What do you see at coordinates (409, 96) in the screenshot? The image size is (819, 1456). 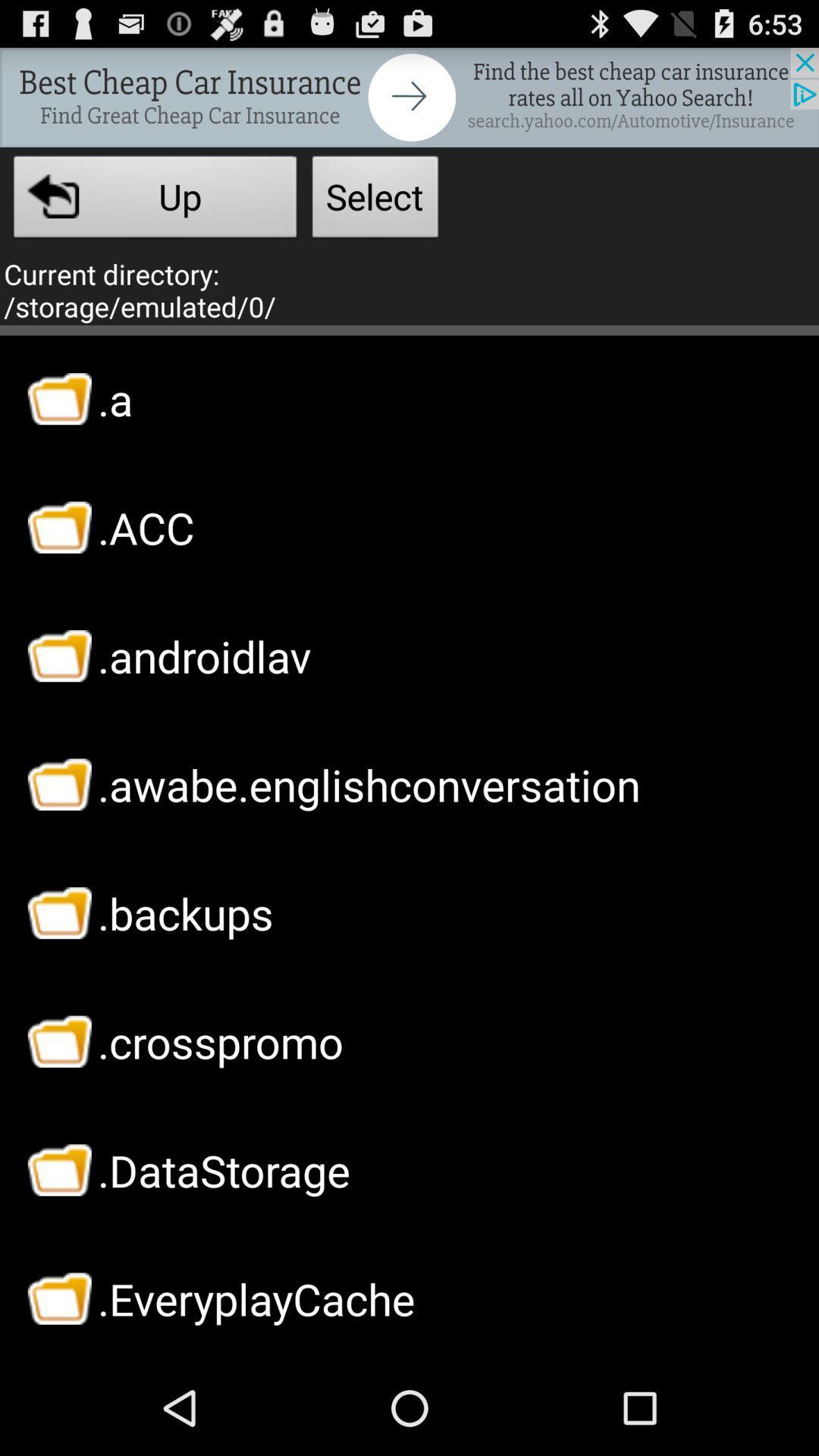 I see `opens a advertisement` at bounding box center [409, 96].